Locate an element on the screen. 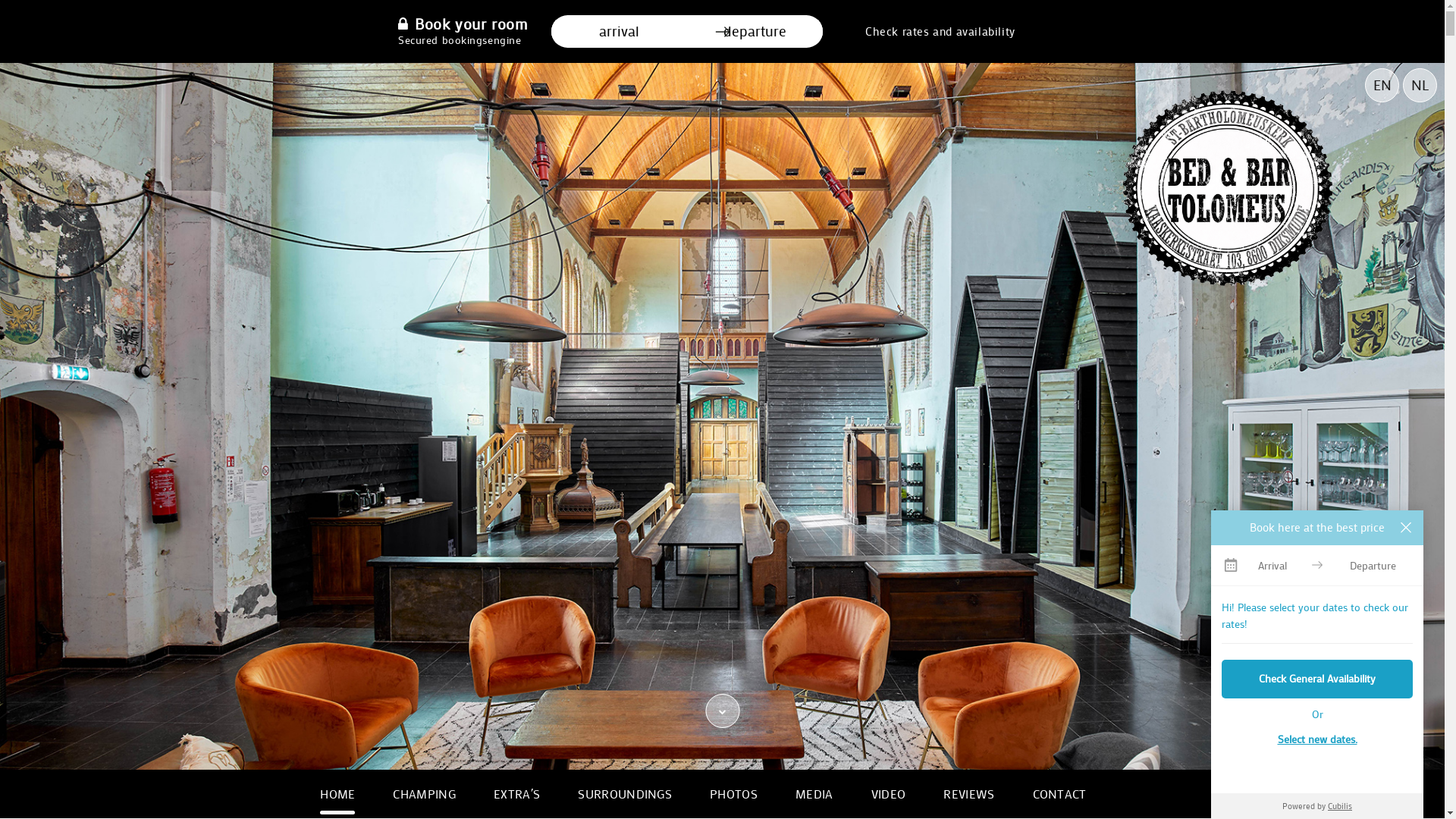  'CONTACT' is located at coordinates (1059, 792).